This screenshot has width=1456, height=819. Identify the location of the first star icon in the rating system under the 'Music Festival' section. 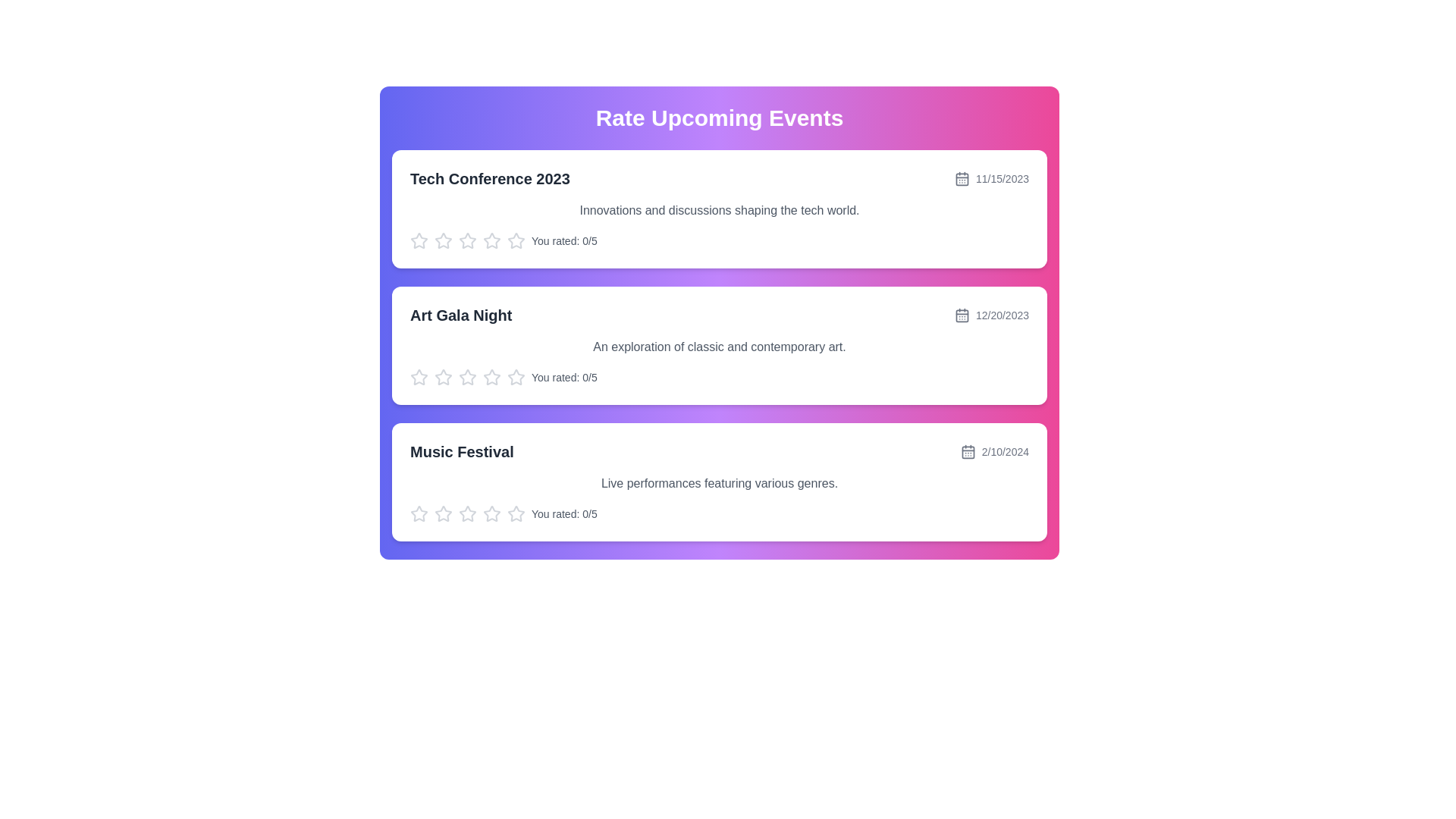
(516, 513).